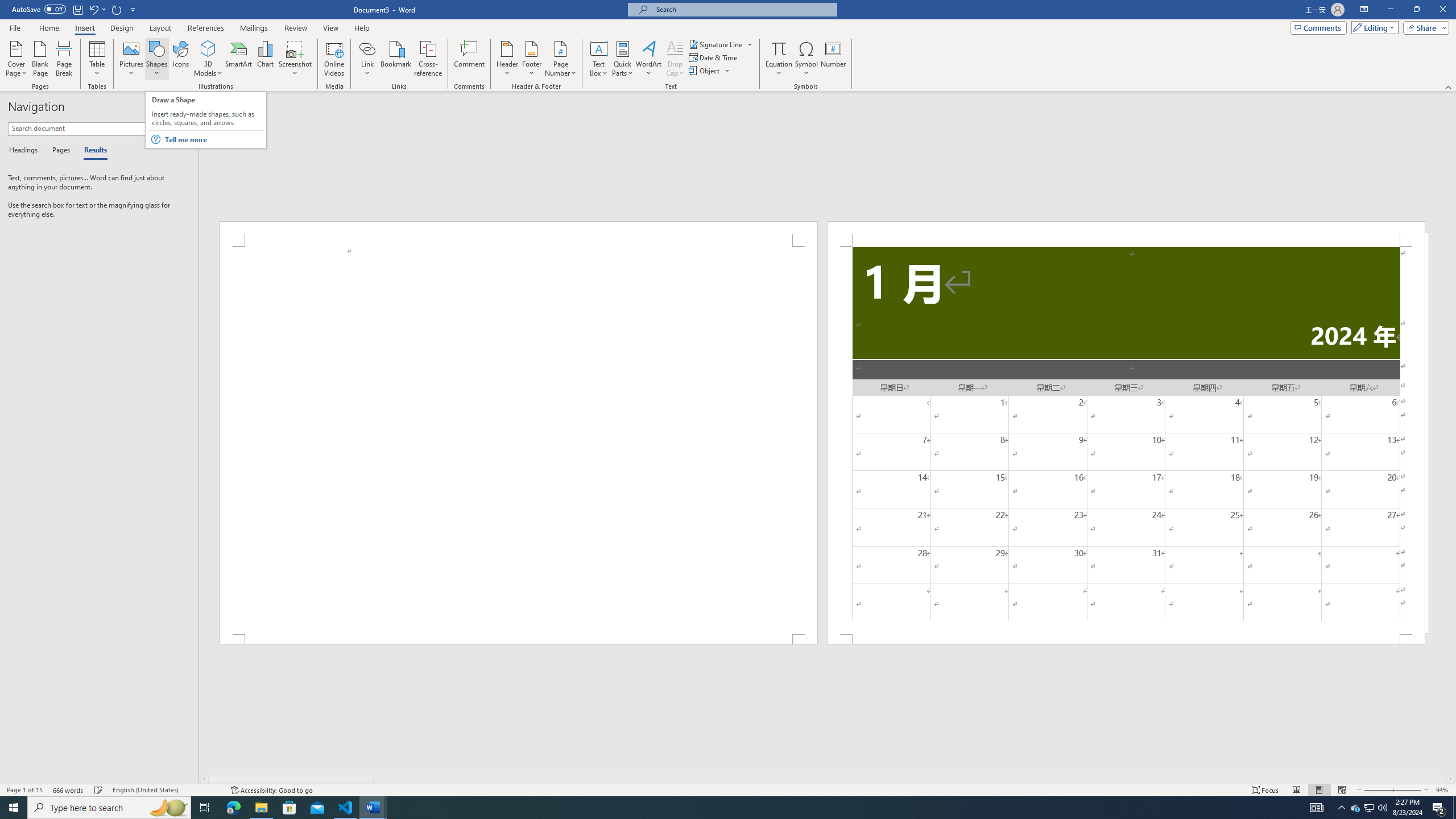 Image resolution: width=1456 pixels, height=819 pixels. I want to click on 'Number...', so click(833, 59).